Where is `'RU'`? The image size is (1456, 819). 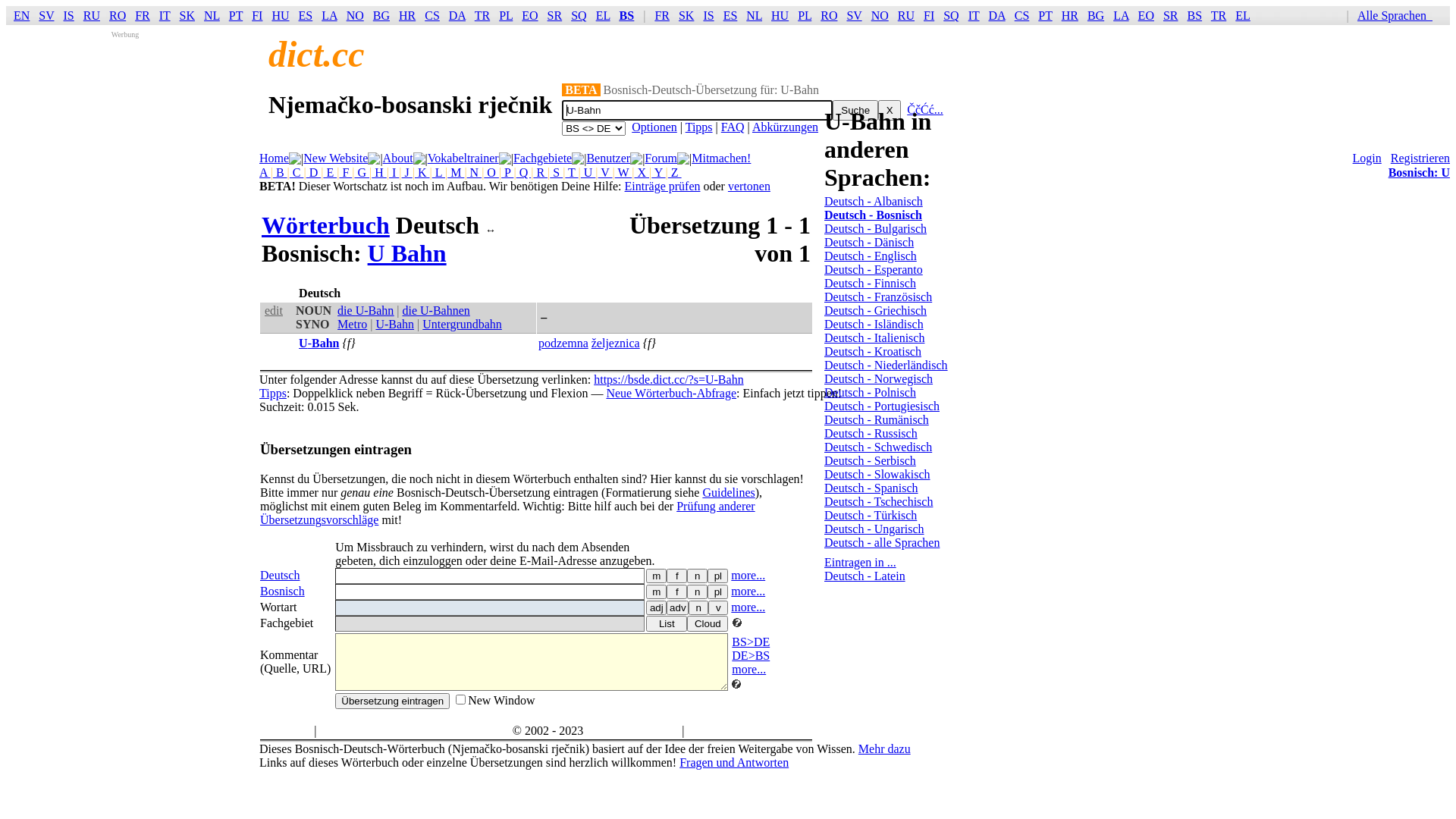 'RU' is located at coordinates (90, 15).